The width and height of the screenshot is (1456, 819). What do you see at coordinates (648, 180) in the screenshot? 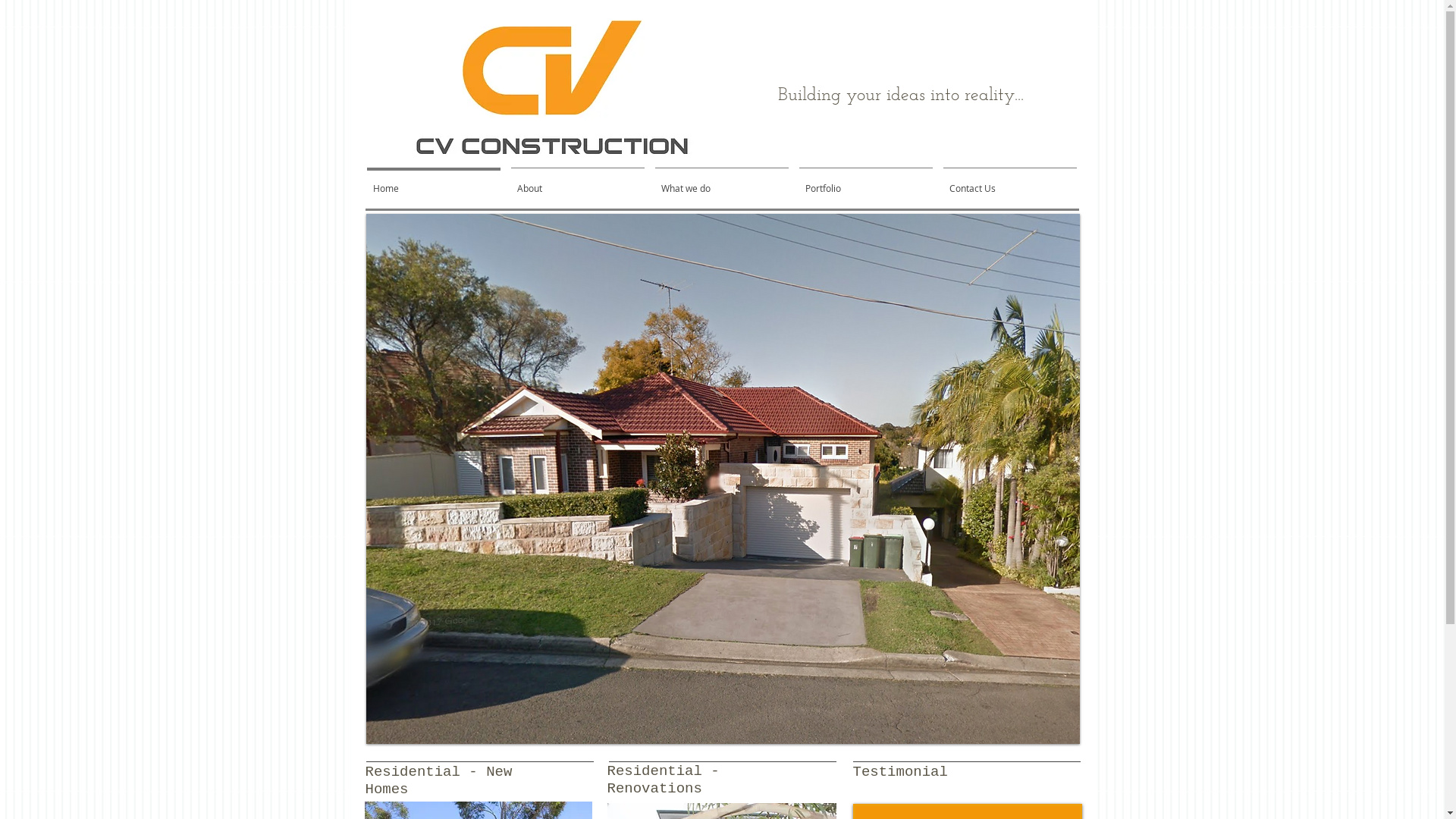
I see `'What we do'` at bounding box center [648, 180].